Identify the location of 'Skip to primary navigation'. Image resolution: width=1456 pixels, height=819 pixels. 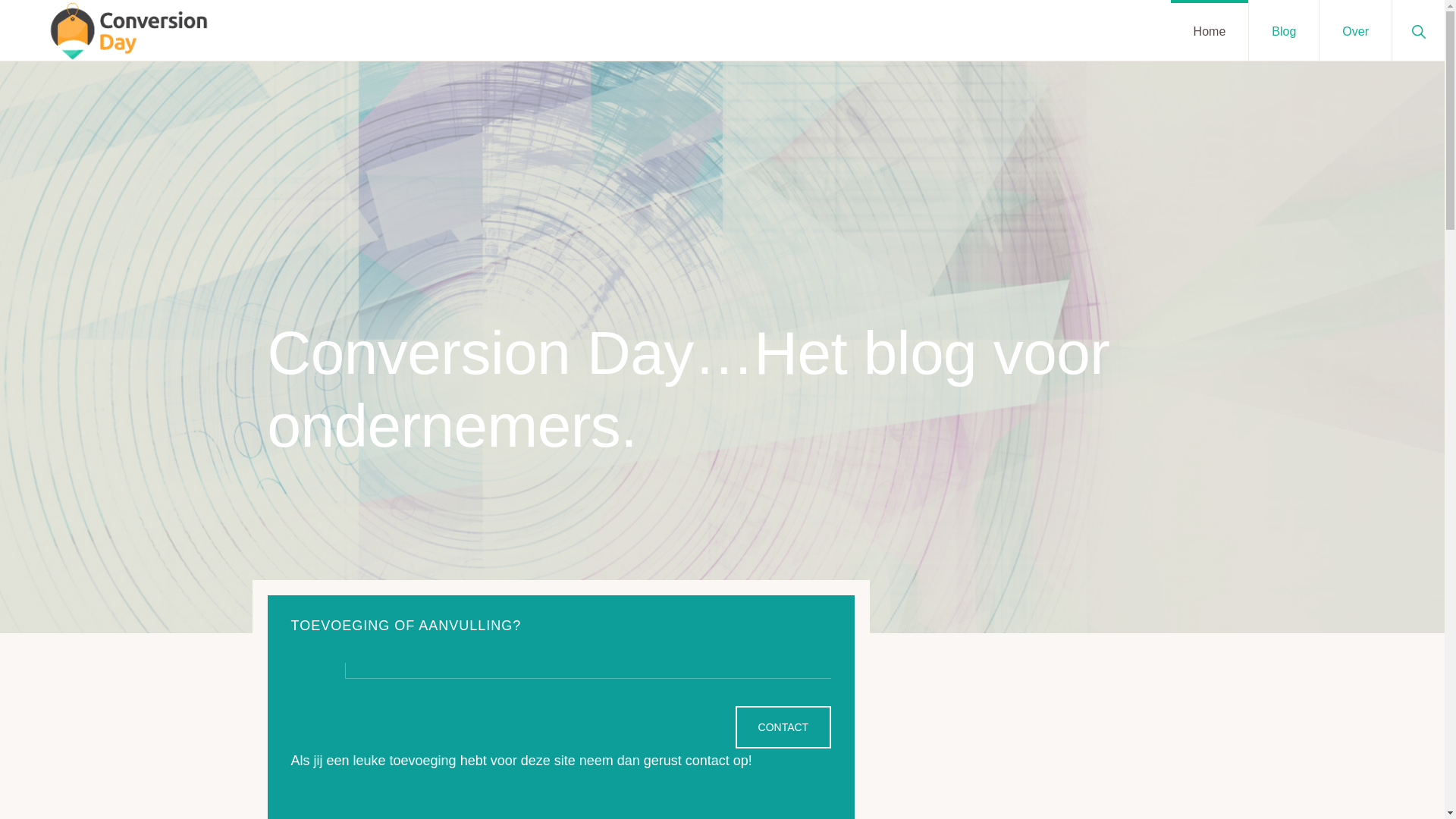
(0, 0).